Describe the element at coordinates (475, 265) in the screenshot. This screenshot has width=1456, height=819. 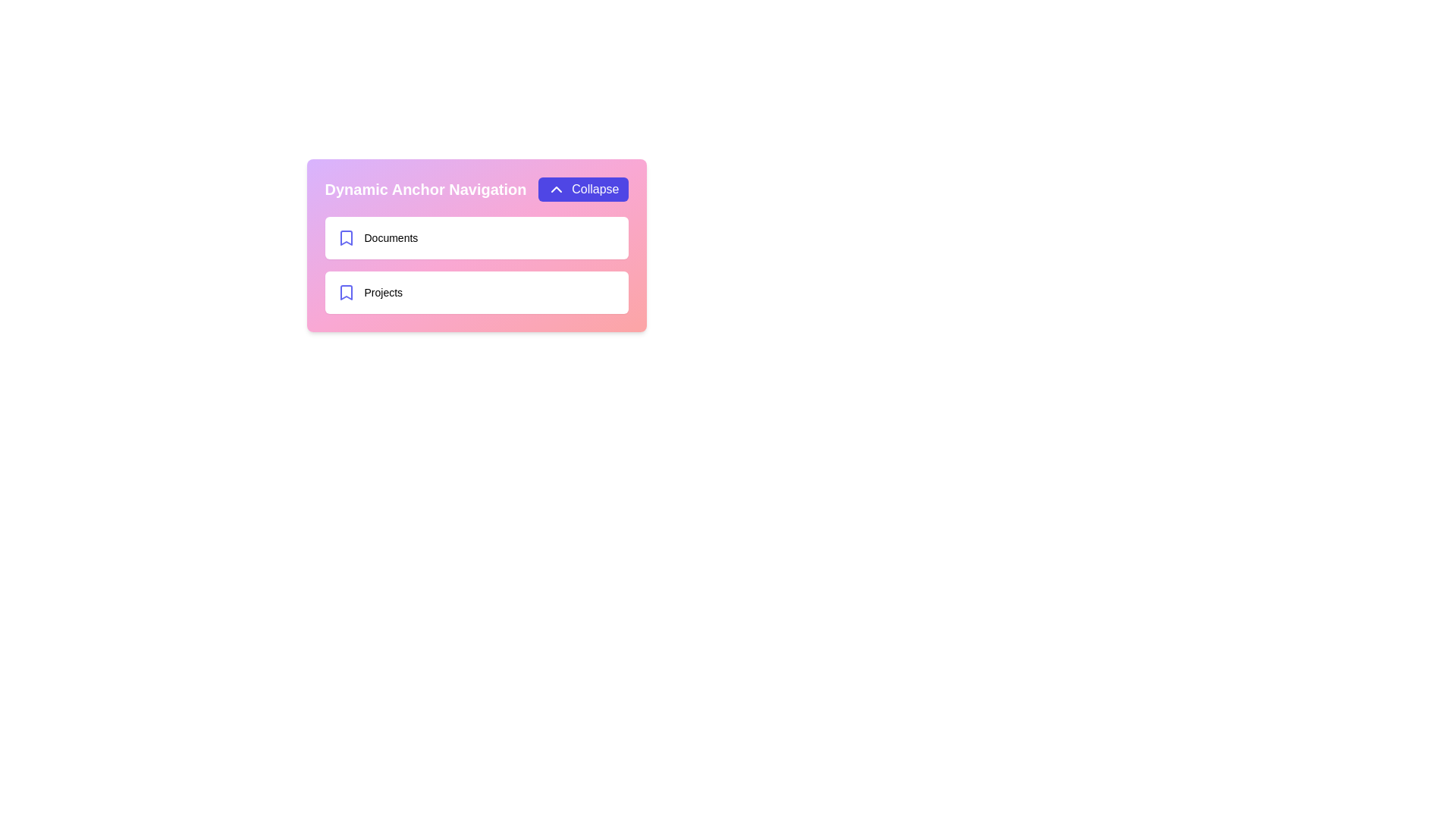
I see `the navigational grouping element that allows selection between 'Documents' and 'Projects', located beneath the 'Dynamic Anchor Navigation' header` at that location.